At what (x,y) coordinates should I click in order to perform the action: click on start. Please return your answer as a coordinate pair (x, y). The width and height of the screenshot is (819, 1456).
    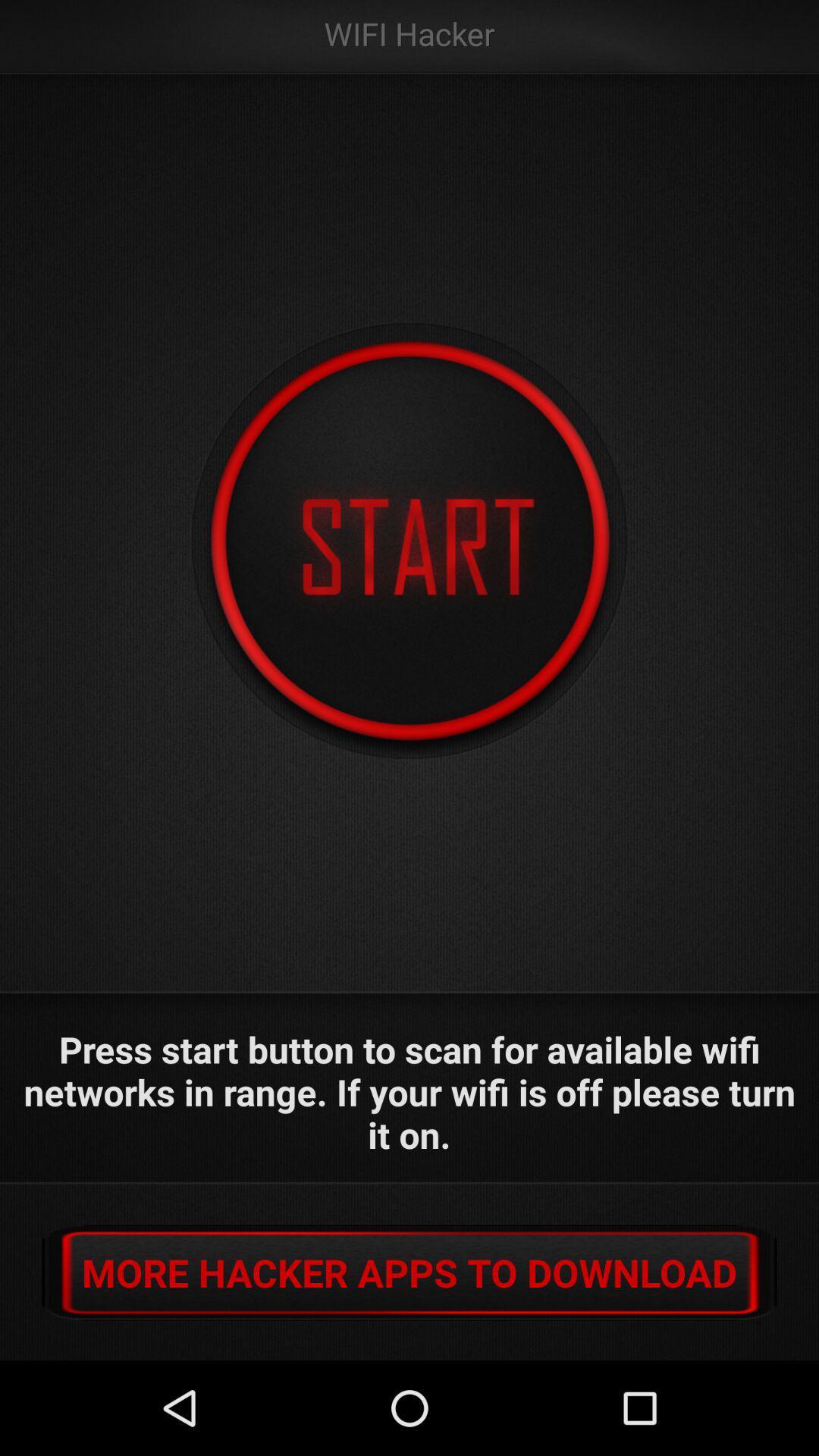
    Looking at the image, I should click on (409, 541).